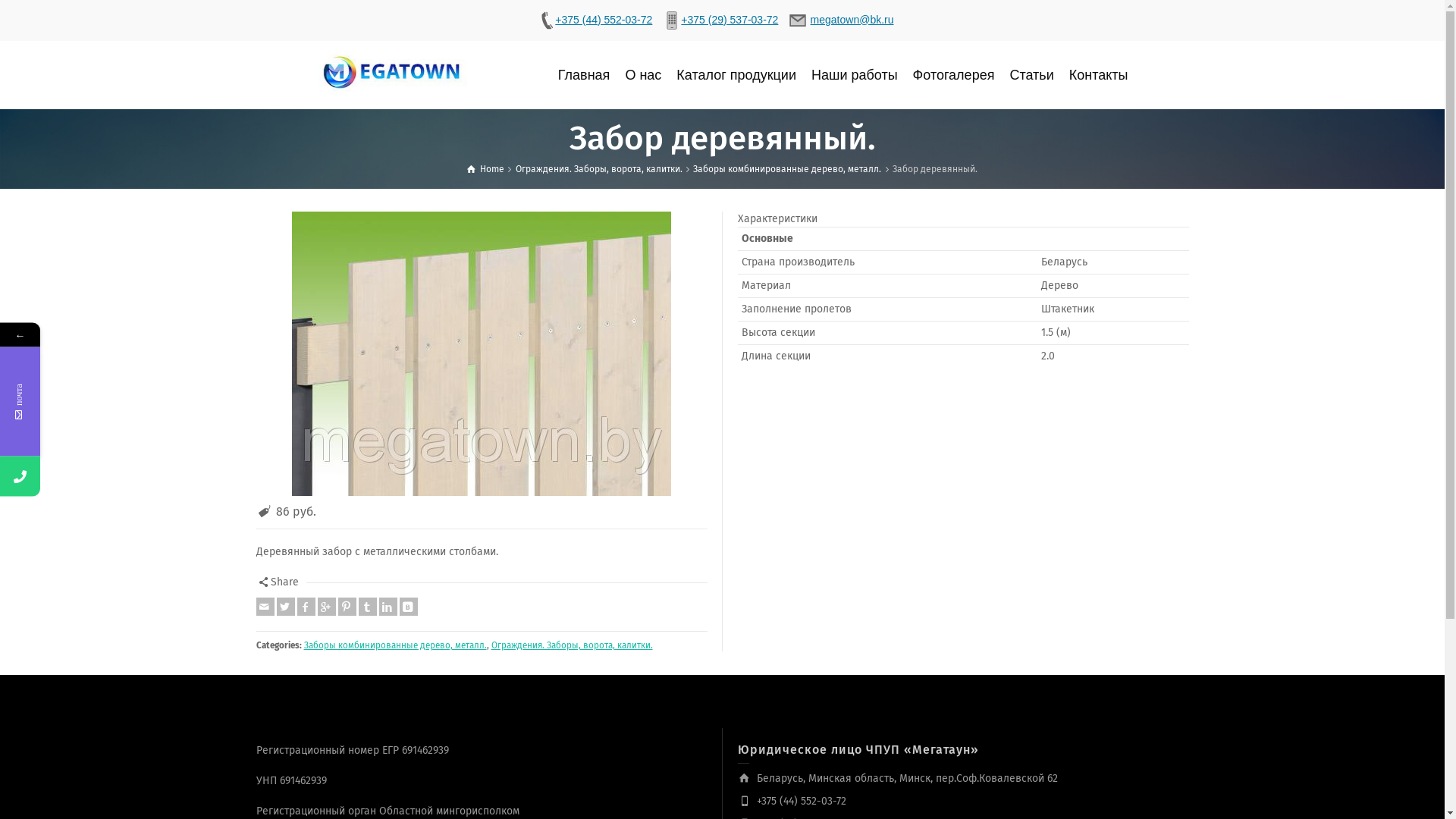 This screenshot has width=1456, height=819. I want to click on 'Home', so click(485, 169).